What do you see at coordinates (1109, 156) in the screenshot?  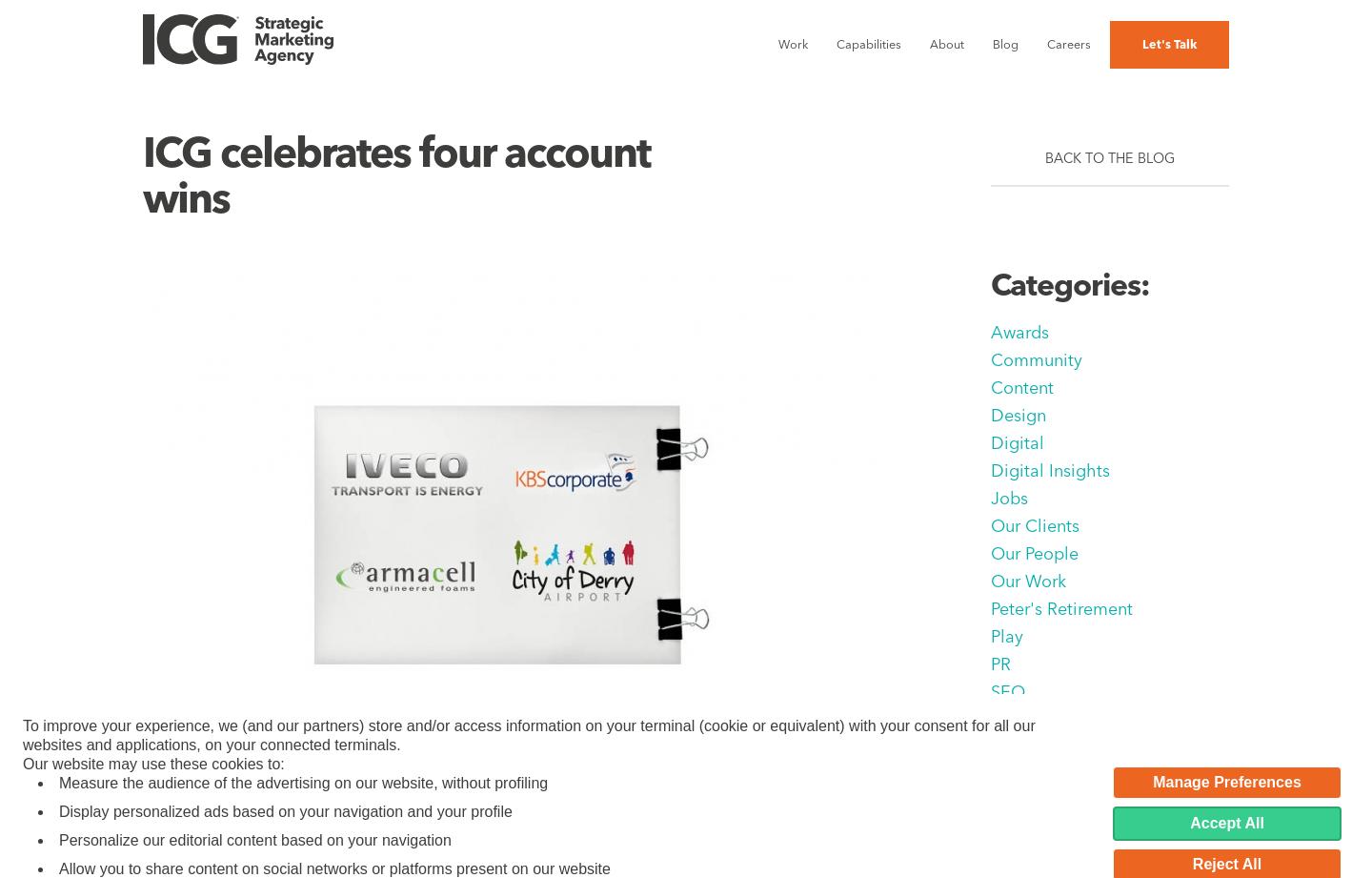 I see `'BACK TO THE BLOG'` at bounding box center [1109, 156].